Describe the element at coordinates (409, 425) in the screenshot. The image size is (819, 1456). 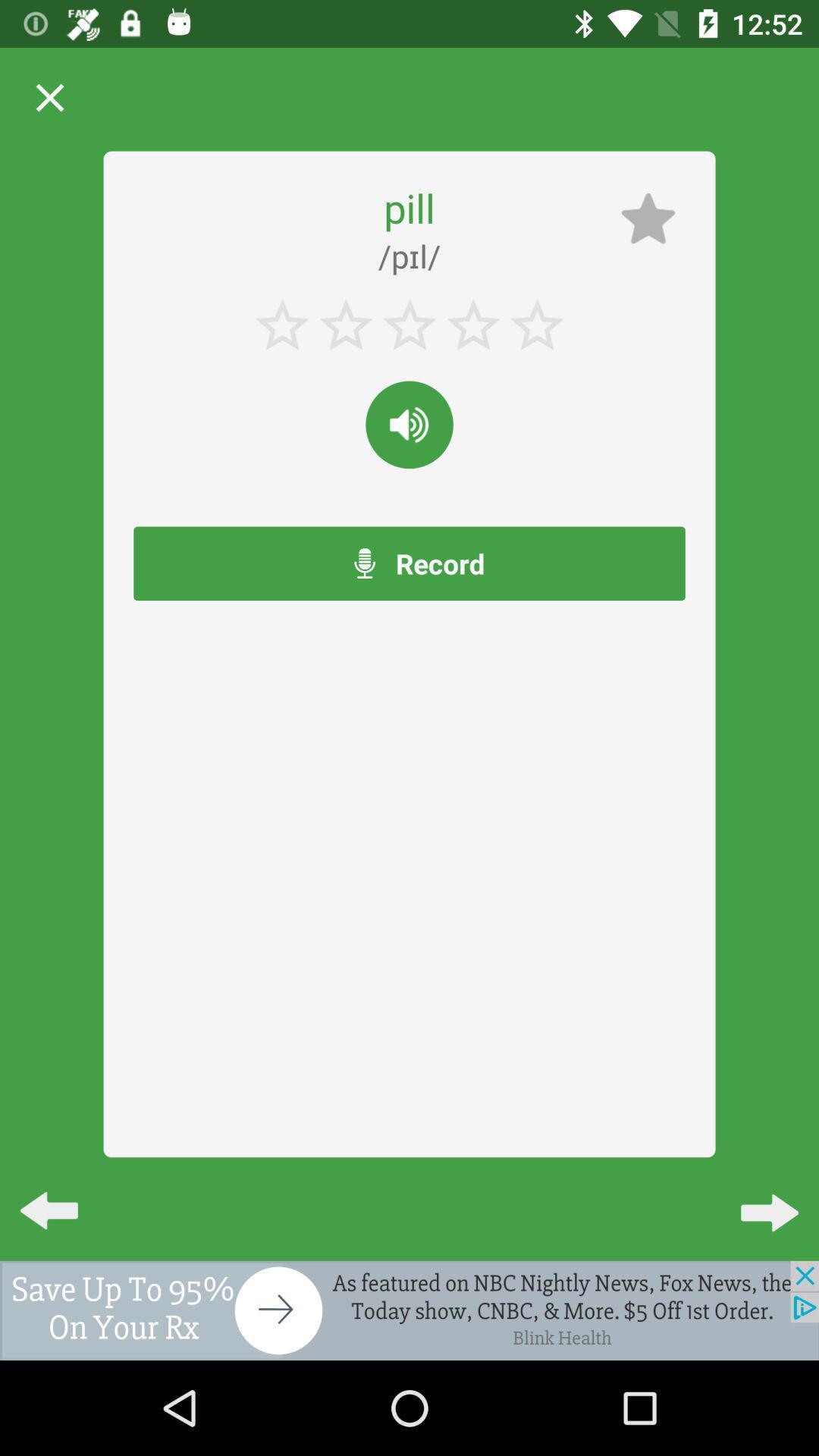
I see `reading the world outloud` at that location.